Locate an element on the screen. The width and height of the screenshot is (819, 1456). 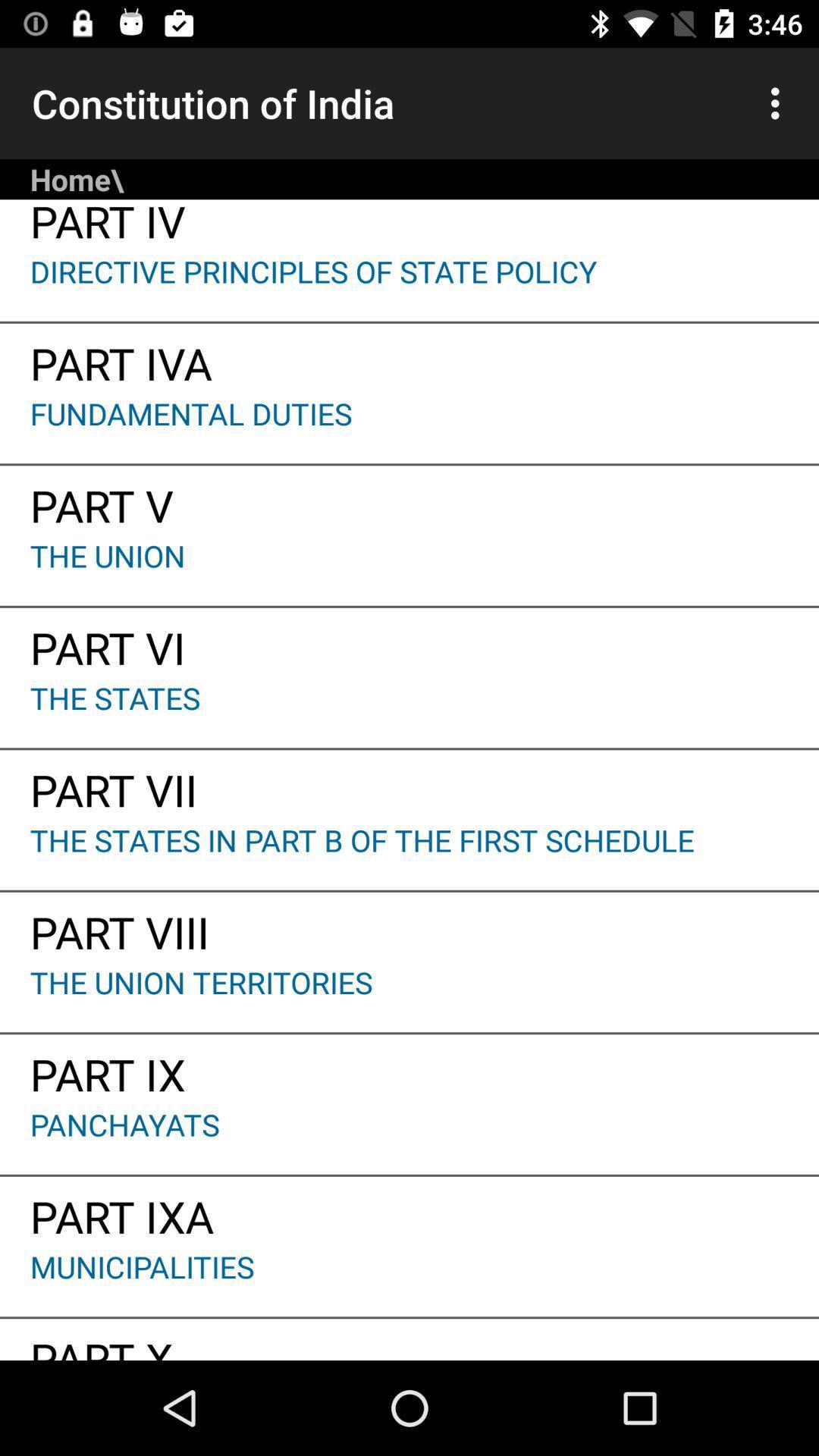
fundamental duties app is located at coordinates (409, 428).